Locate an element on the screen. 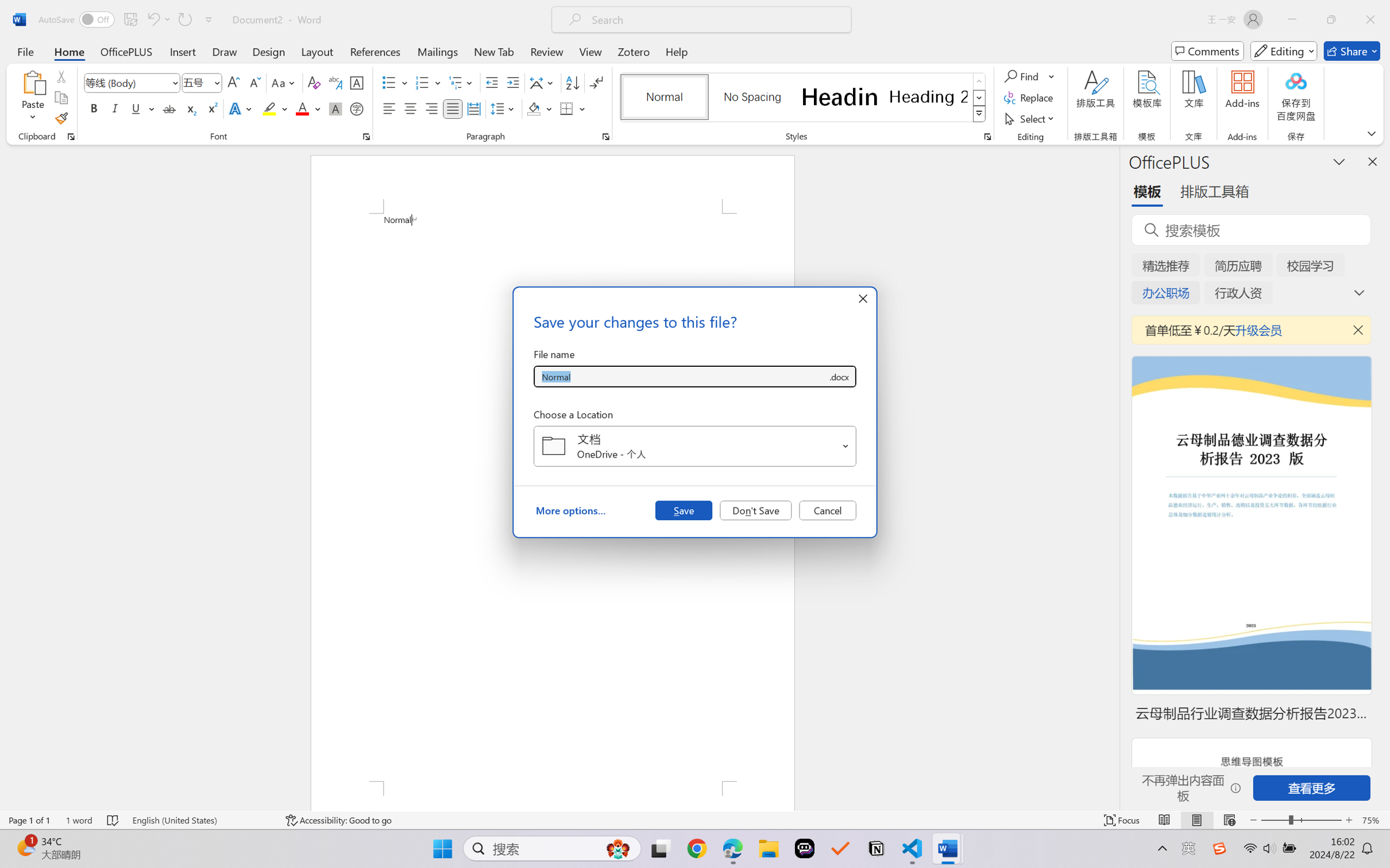  'Borders' is located at coordinates (567, 108).